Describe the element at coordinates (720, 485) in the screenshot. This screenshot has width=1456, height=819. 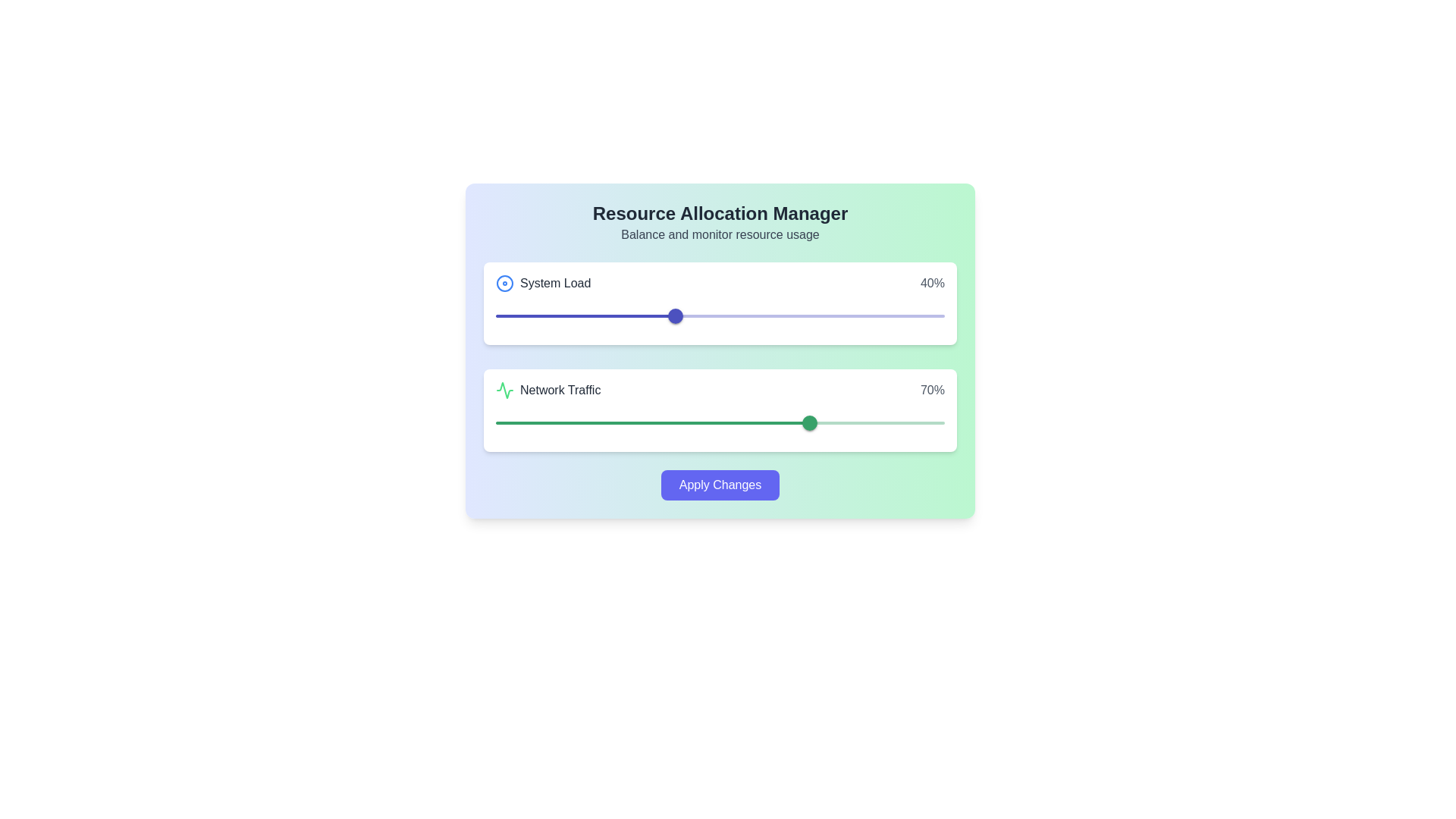
I see `the 'Apply Changes' button, which has a rounded indigo background and white bold text, to observe the visual change in color` at that location.